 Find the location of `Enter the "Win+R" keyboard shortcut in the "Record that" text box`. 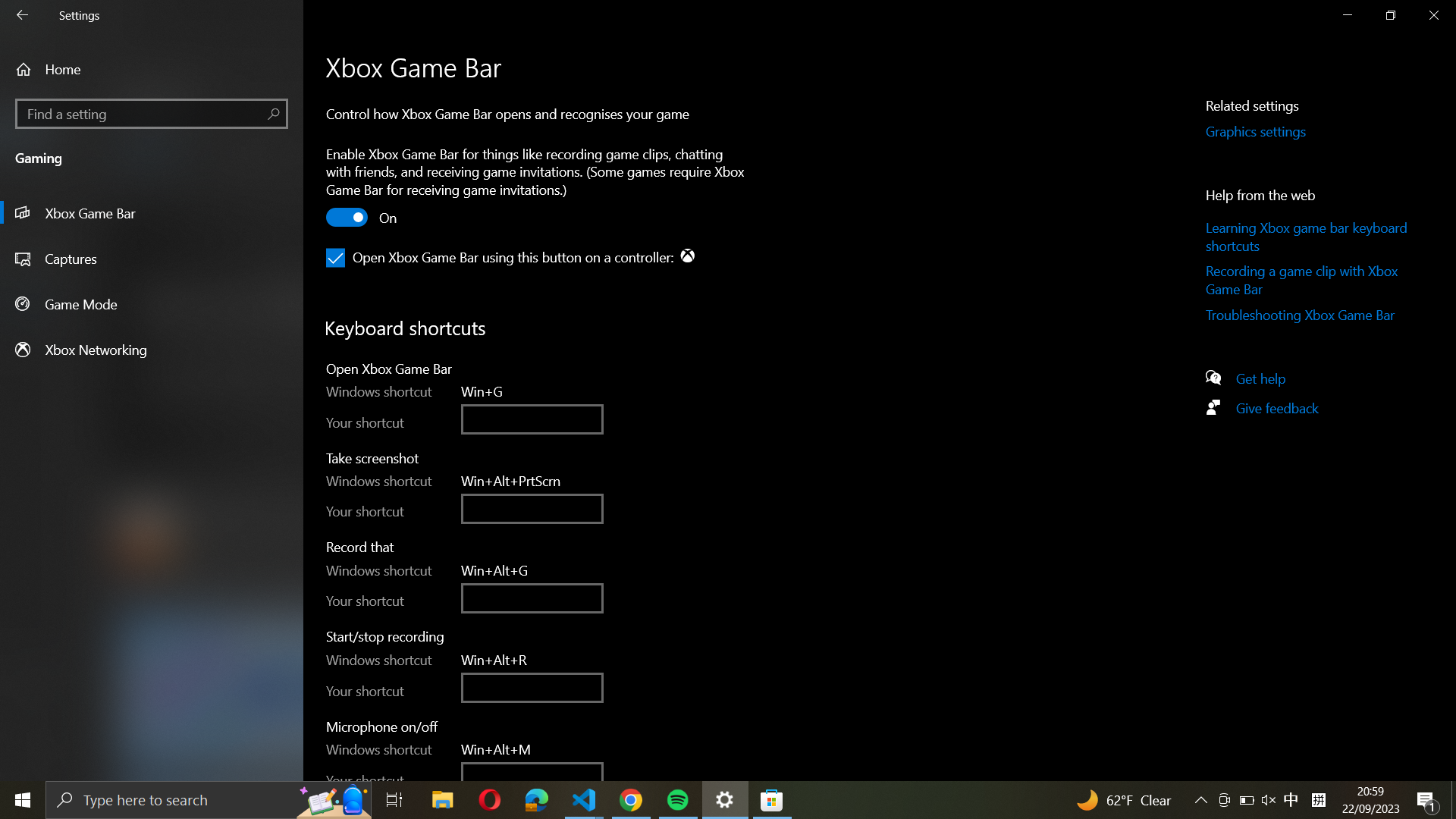

Enter the "Win+R" keyboard shortcut in the "Record that" text box is located at coordinates (532, 597).